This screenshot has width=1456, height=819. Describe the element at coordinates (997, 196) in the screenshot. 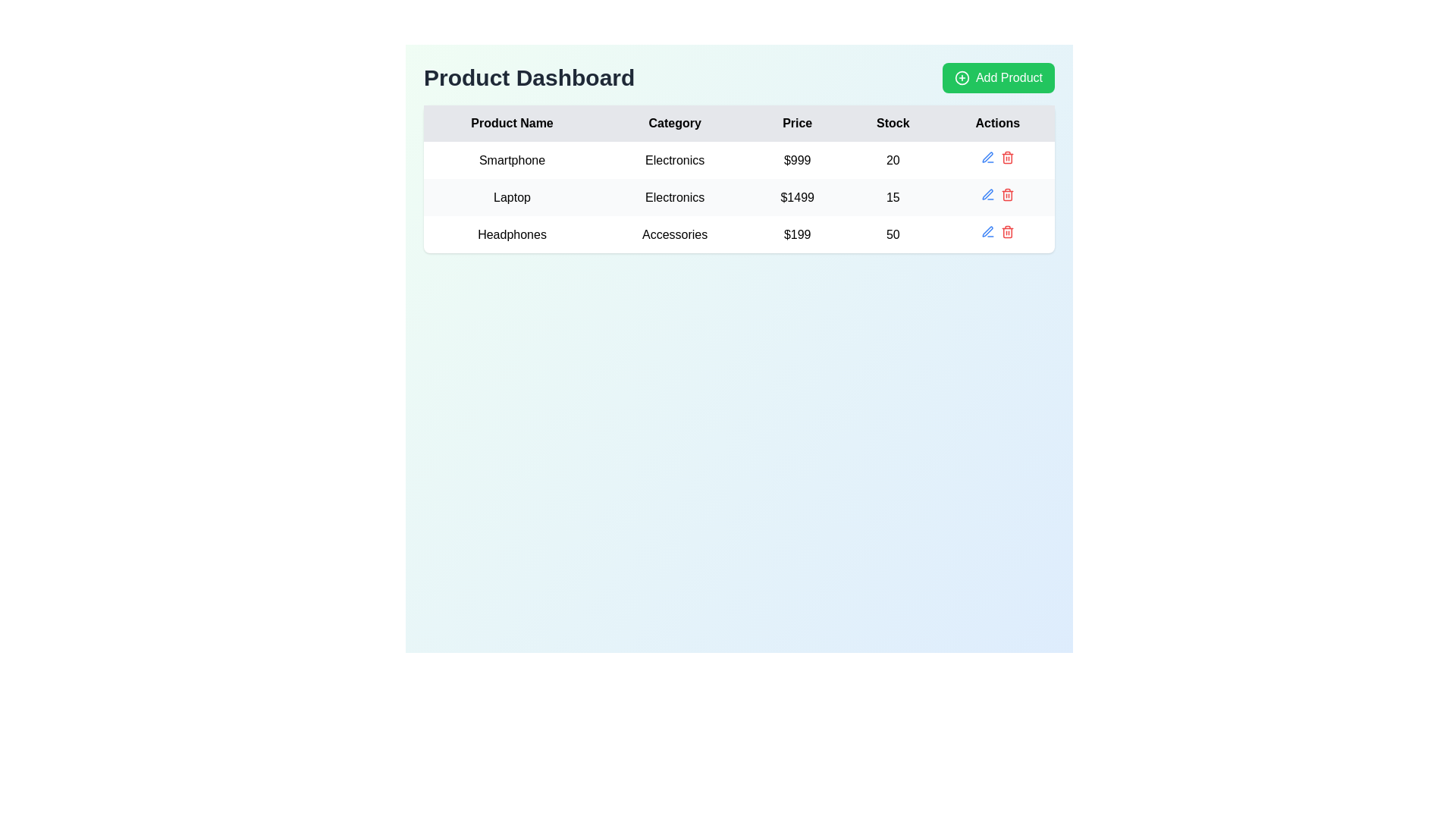

I see `the trash bin icon in the Actions column of the table on the second row labeled 'Laptop'` at that location.